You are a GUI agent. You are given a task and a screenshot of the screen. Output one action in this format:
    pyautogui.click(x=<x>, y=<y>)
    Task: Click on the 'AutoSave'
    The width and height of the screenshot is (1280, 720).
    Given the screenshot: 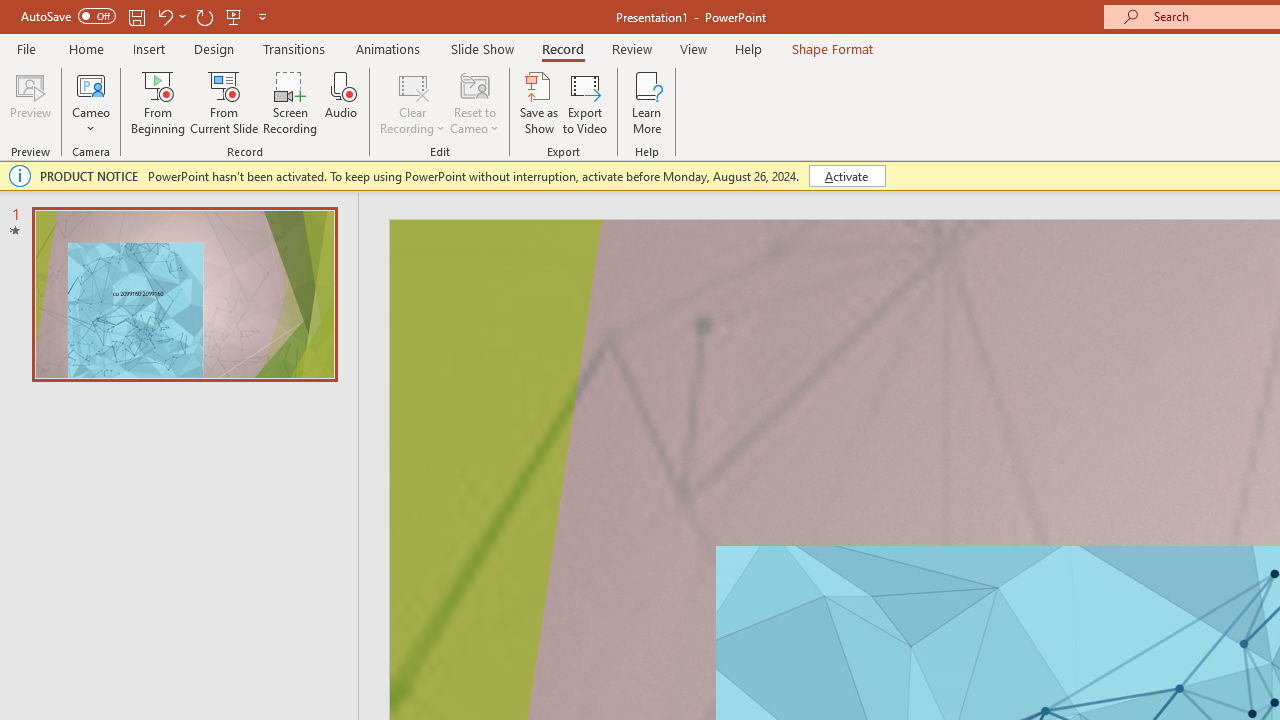 What is the action you would take?
    pyautogui.click(x=68, y=16)
    